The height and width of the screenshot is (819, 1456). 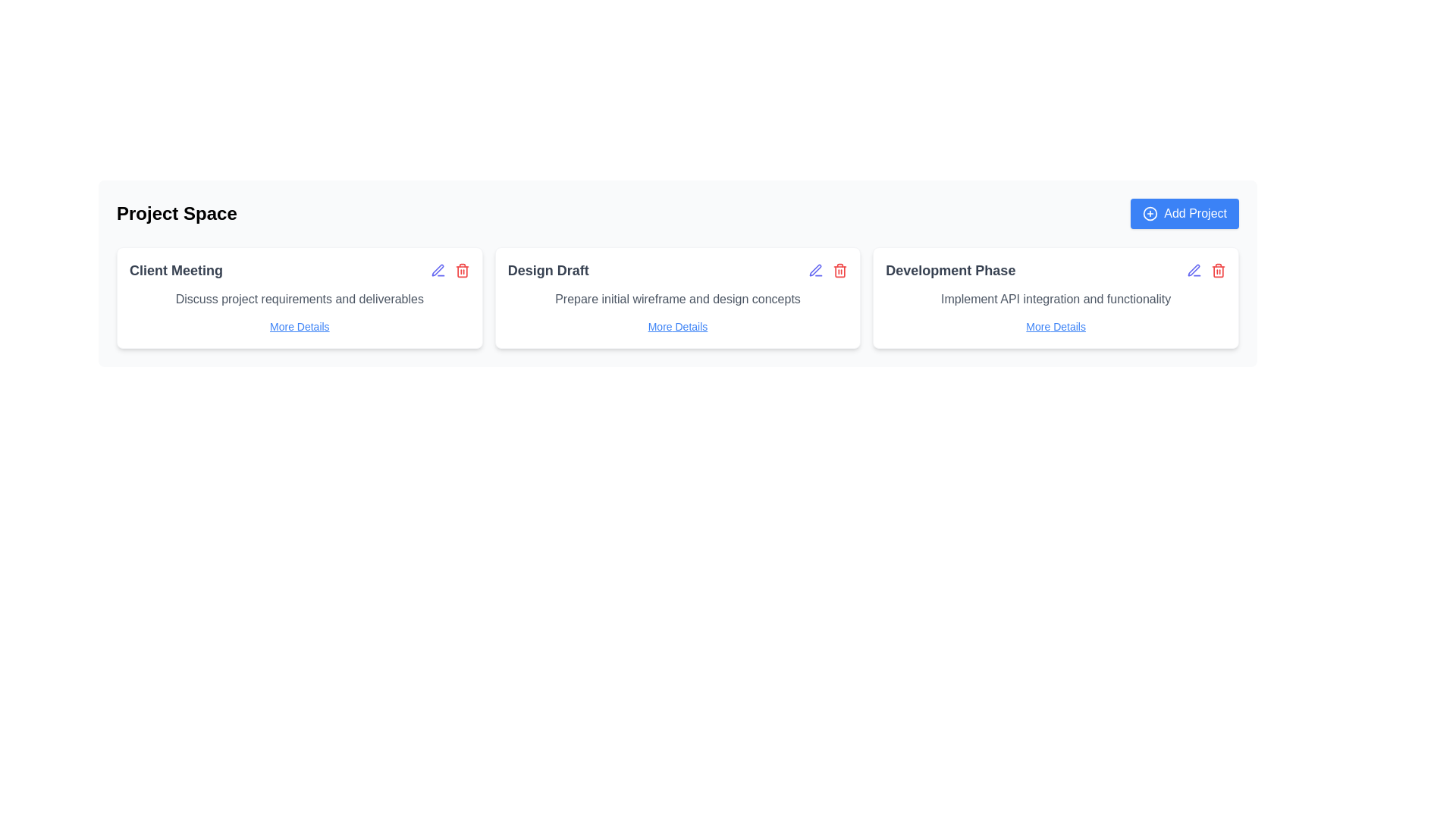 What do you see at coordinates (1055, 326) in the screenshot?
I see `the 'More Details' hyperlink styled in blue with an underline, located in the bottom-right corner of the 'Development Phase' card, below the description 'Implement API integration and functionality'` at bounding box center [1055, 326].